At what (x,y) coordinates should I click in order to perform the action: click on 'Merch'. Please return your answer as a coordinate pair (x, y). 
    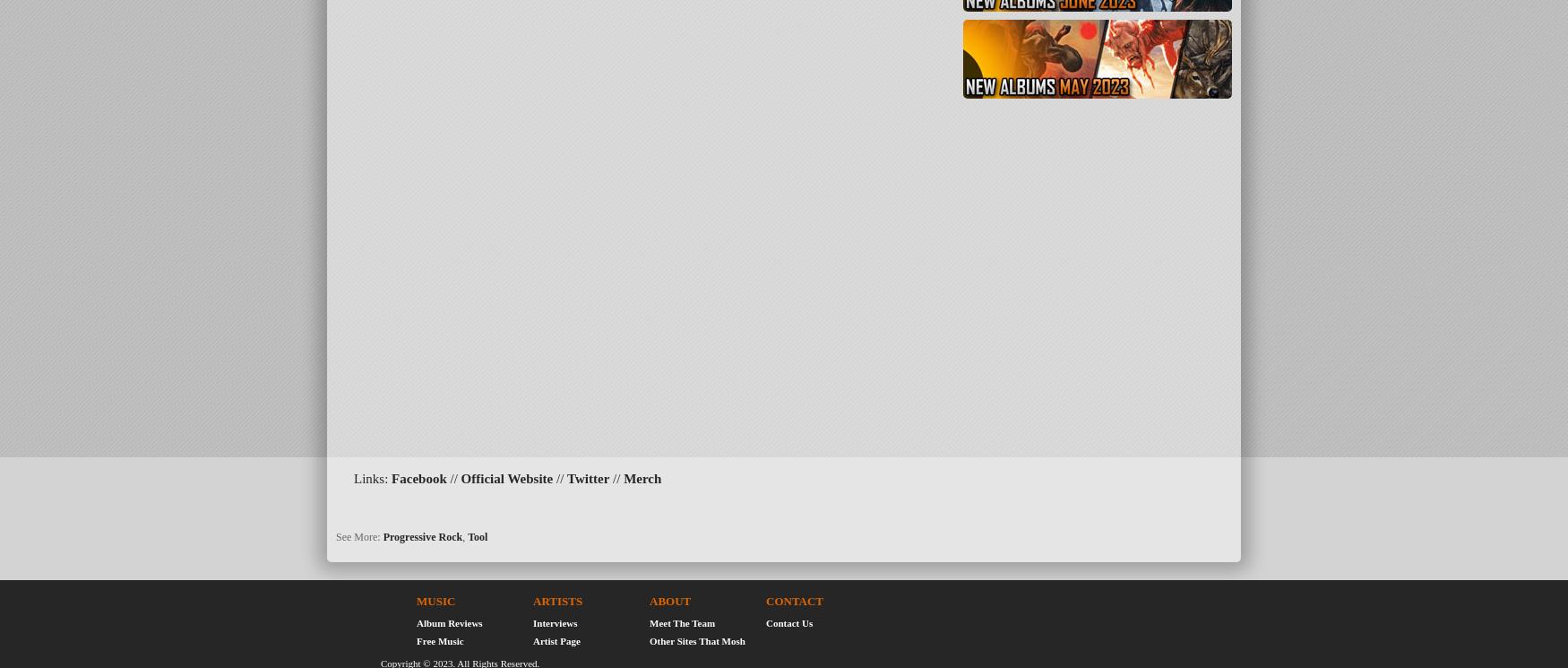
    Looking at the image, I should click on (623, 478).